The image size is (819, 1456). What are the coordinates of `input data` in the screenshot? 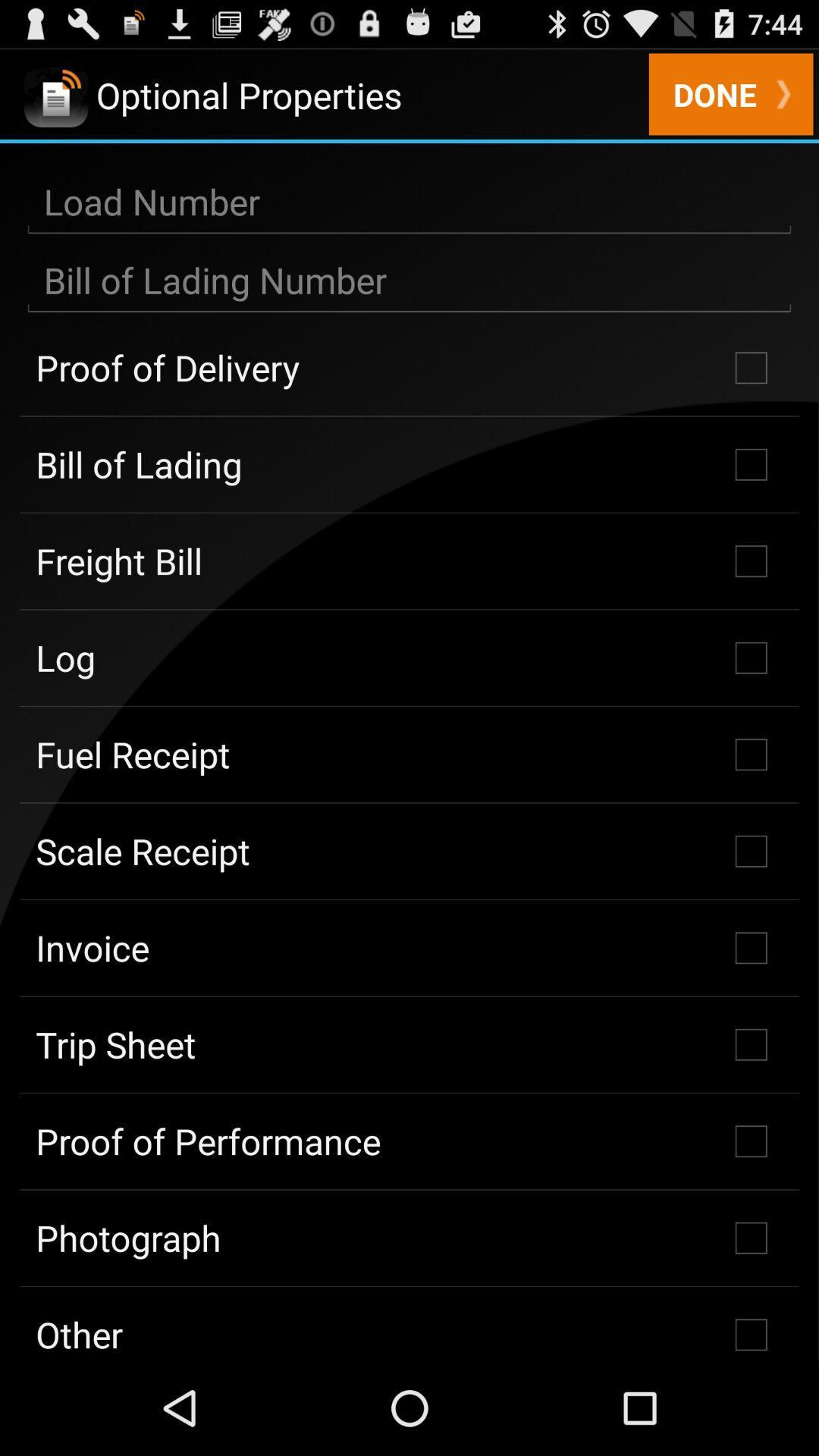 It's located at (409, 202).